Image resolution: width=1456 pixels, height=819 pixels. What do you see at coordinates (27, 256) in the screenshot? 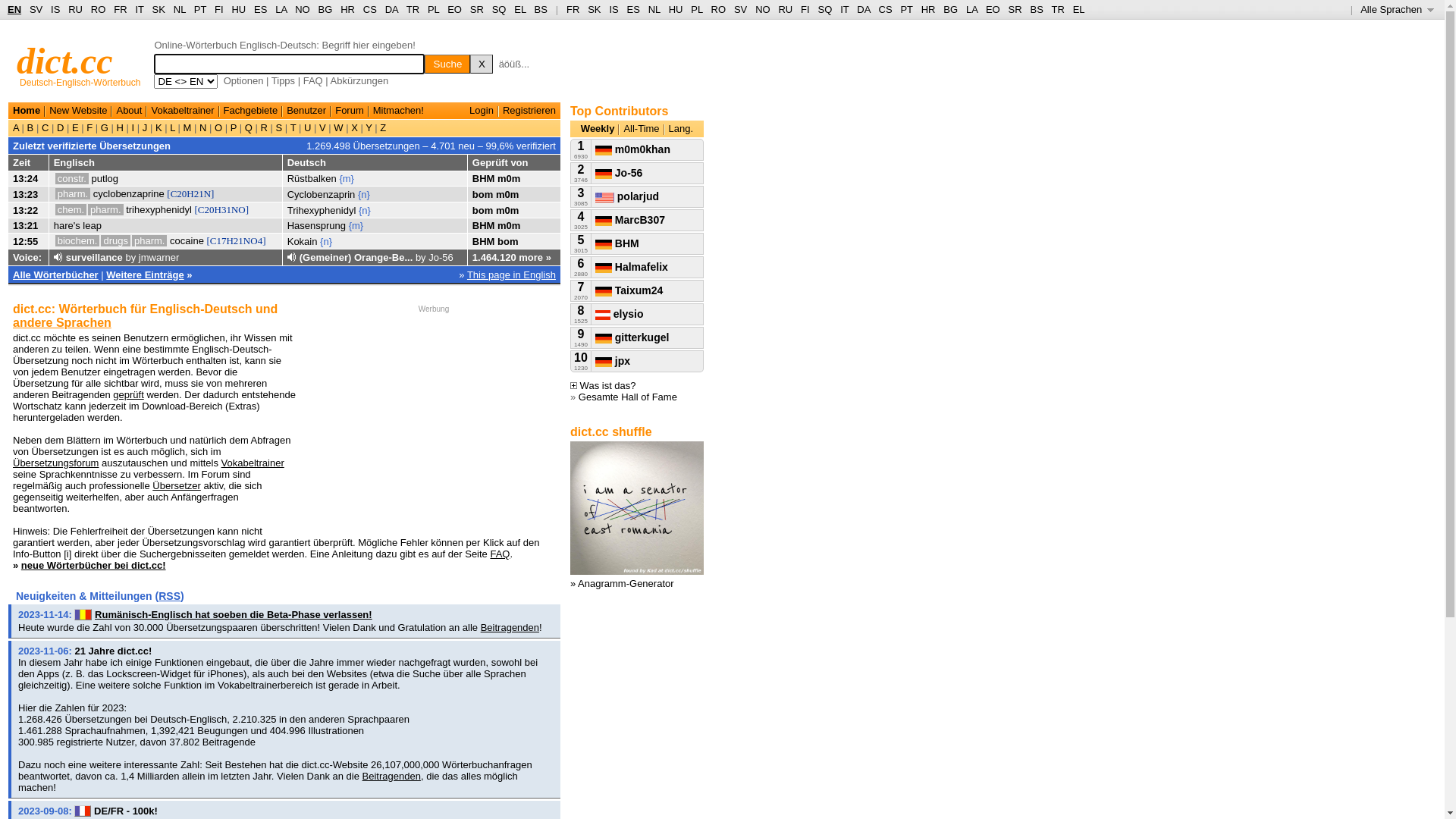
I see `'Voice:'` at bounding box center [27, 256].